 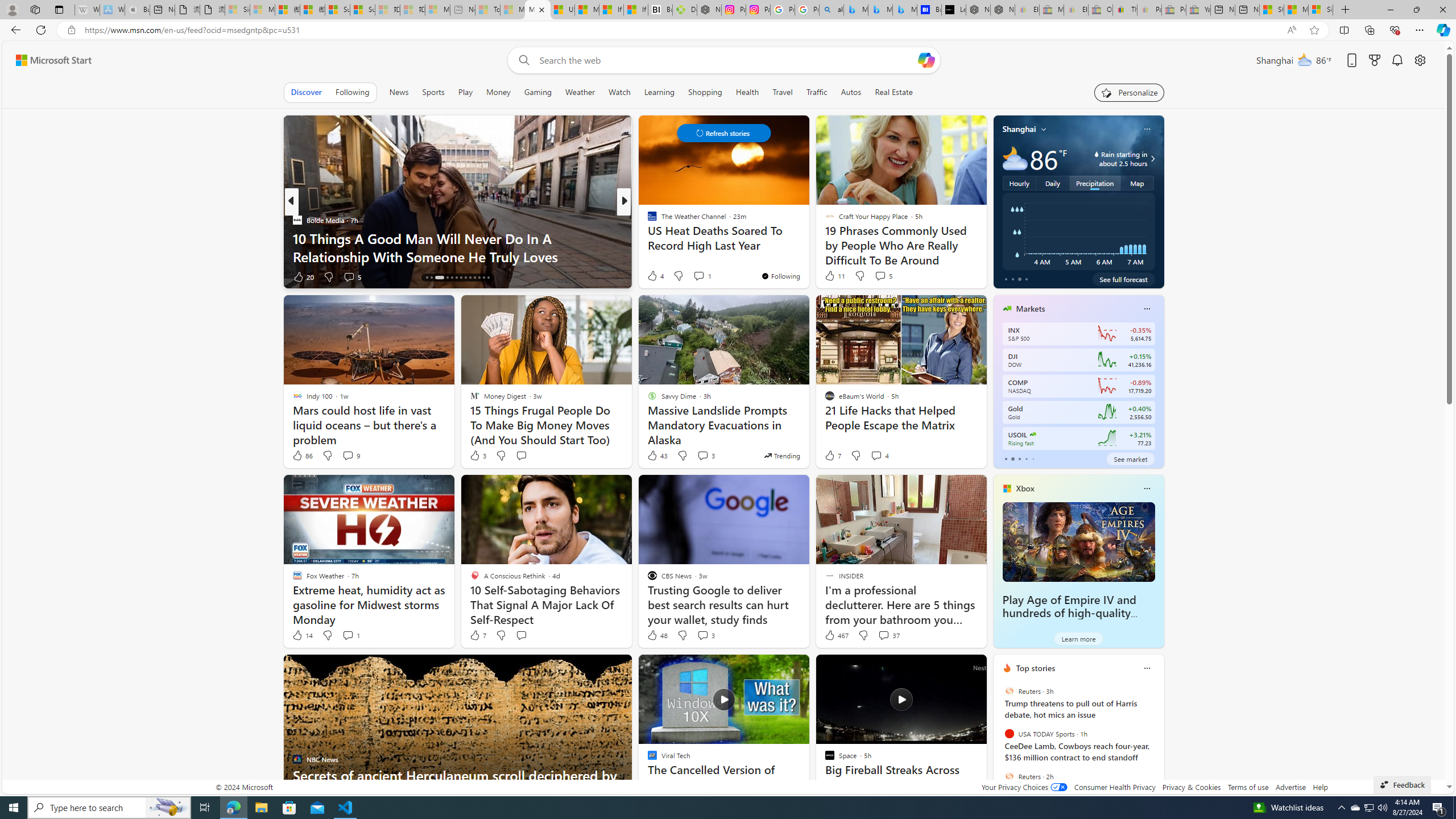 I want to click on 'Privacy & Cookies', so click(x=1192, y=786).